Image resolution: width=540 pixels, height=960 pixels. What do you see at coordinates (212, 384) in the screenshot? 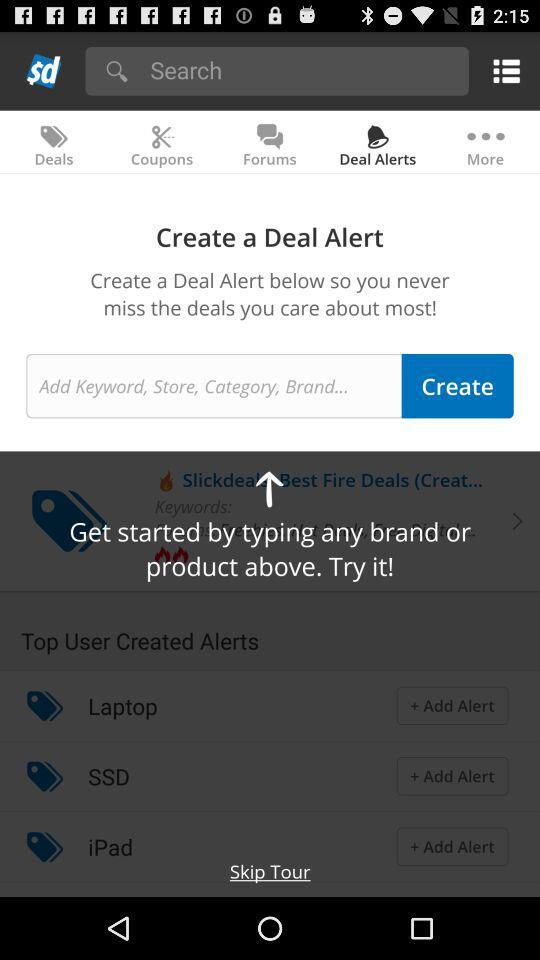
I see `make alert name` at bounding box center [212, 384].